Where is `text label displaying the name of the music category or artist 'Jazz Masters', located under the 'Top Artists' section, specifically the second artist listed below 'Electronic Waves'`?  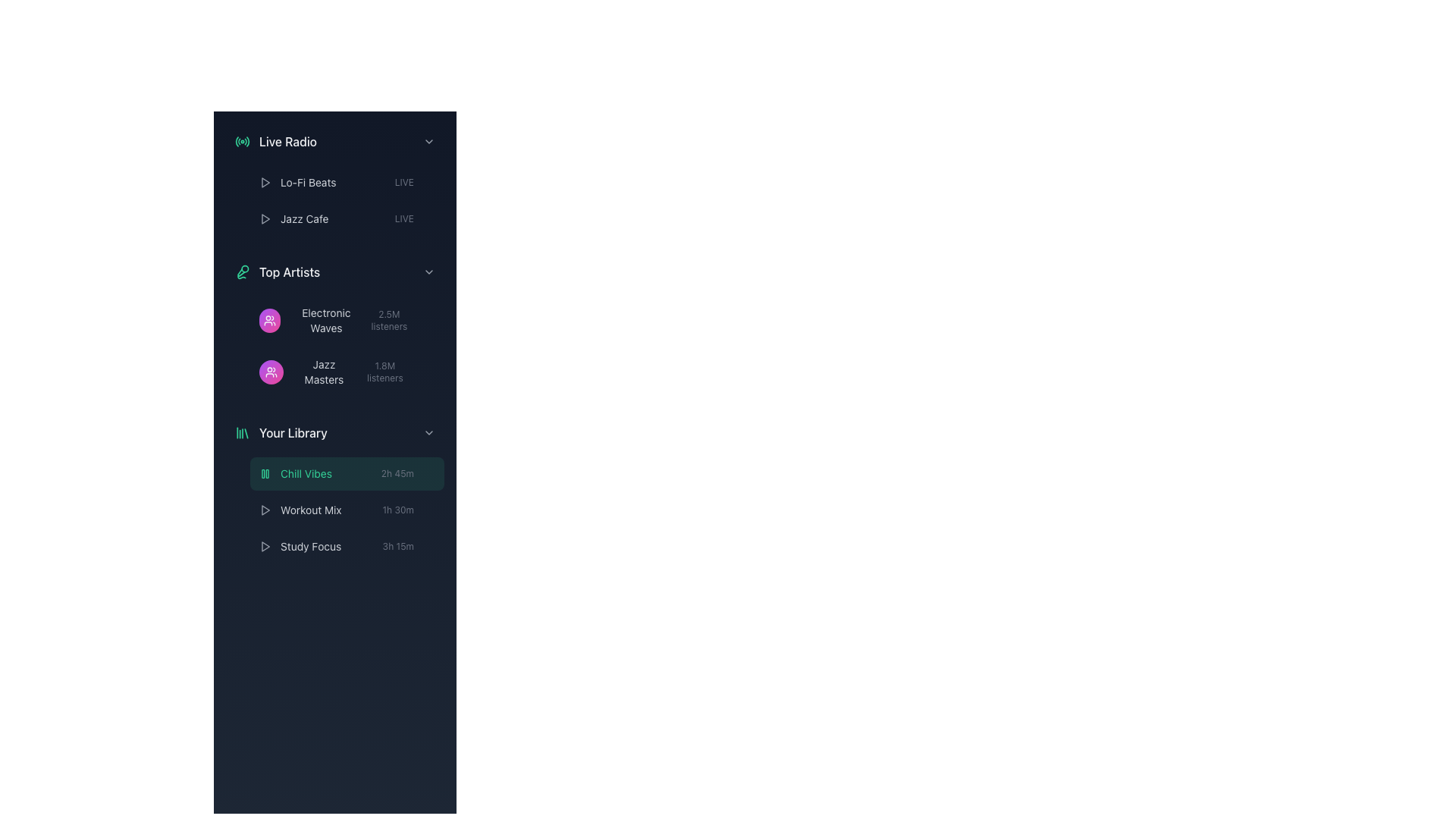 text label displaying the name of the music category or artist 'Jazz Masters', located under the 'Top Artists' section, specifically the second artist listed below 'Electronic Waves' is located at coordinates (323, 372).